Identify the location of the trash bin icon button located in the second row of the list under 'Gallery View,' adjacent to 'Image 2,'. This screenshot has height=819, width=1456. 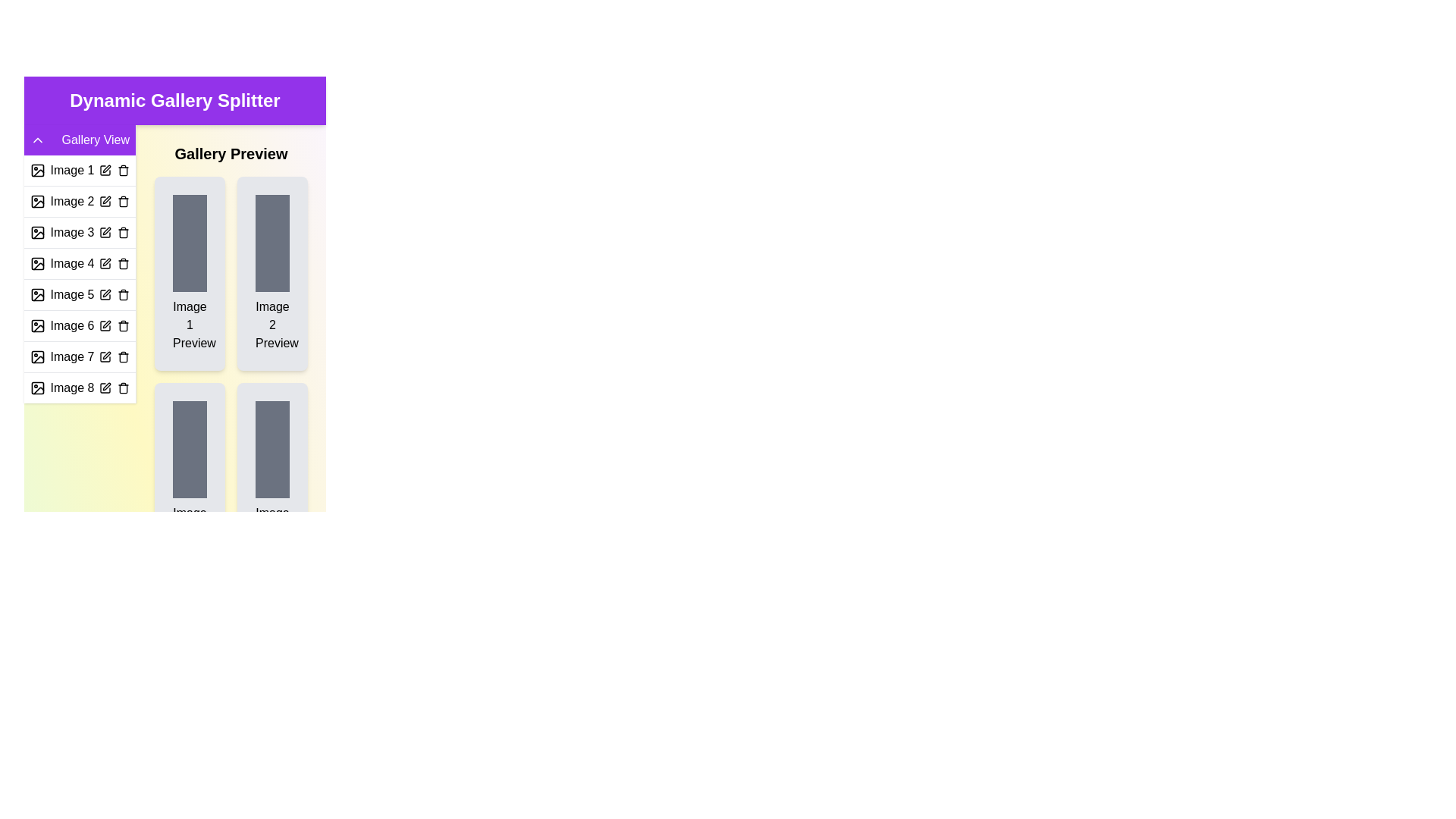
(124, 201).